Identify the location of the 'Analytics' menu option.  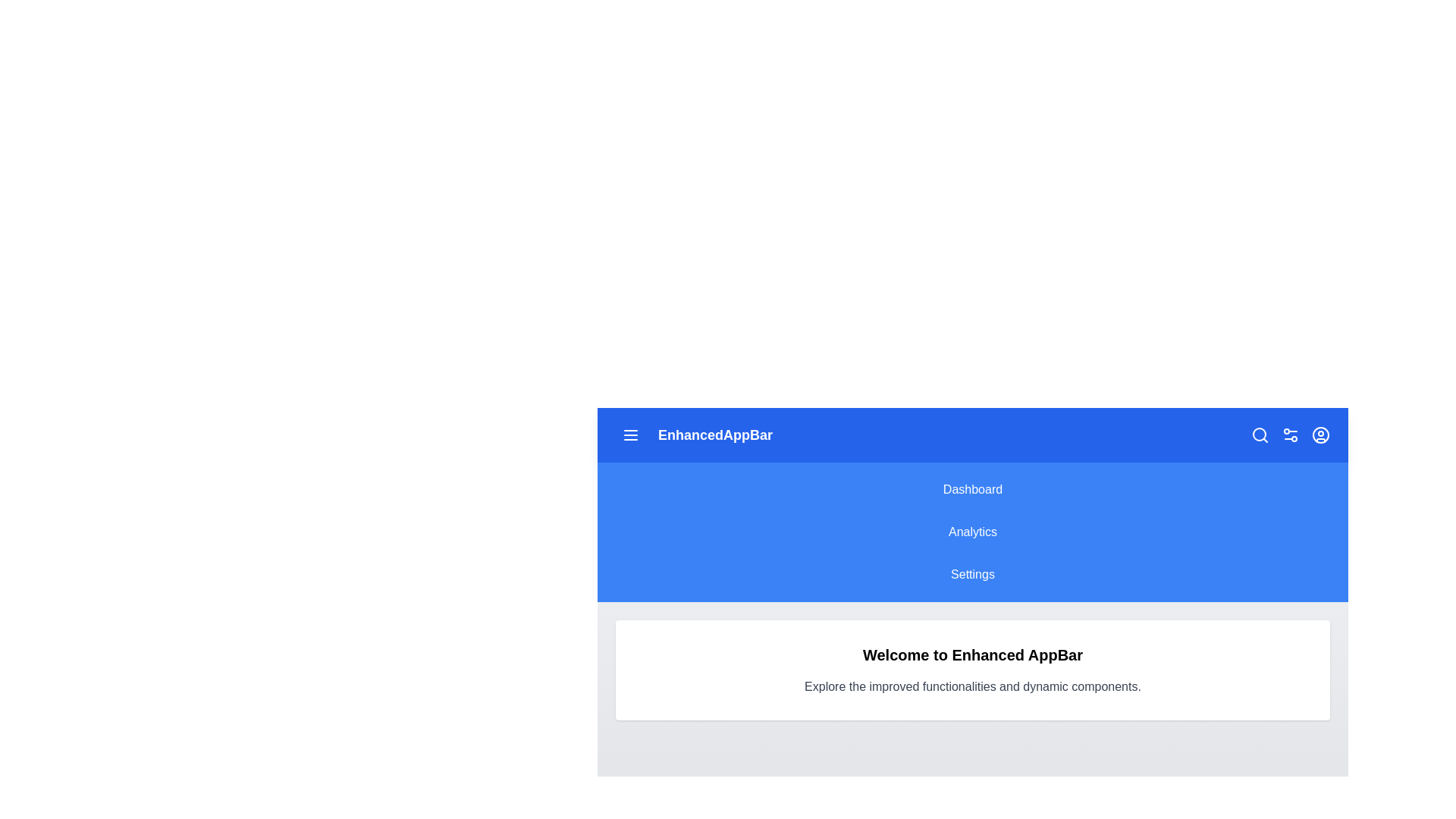
(972, 532).